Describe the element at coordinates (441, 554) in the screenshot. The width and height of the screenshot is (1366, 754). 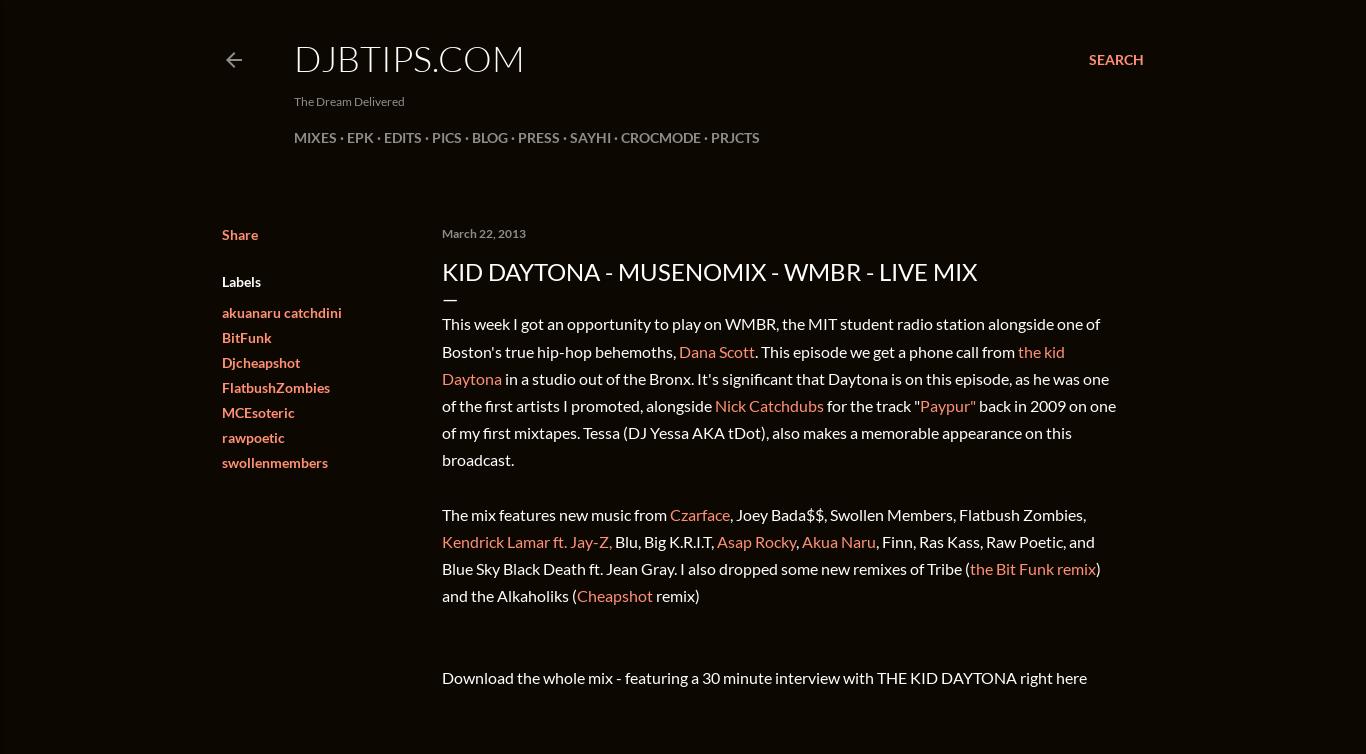
I see `', Finn, Ras Kass, Raw Poetic, and Blue Sky Black Death ft. Jean Gray. I also dropped some new remixes of Tribe ('` at that location.